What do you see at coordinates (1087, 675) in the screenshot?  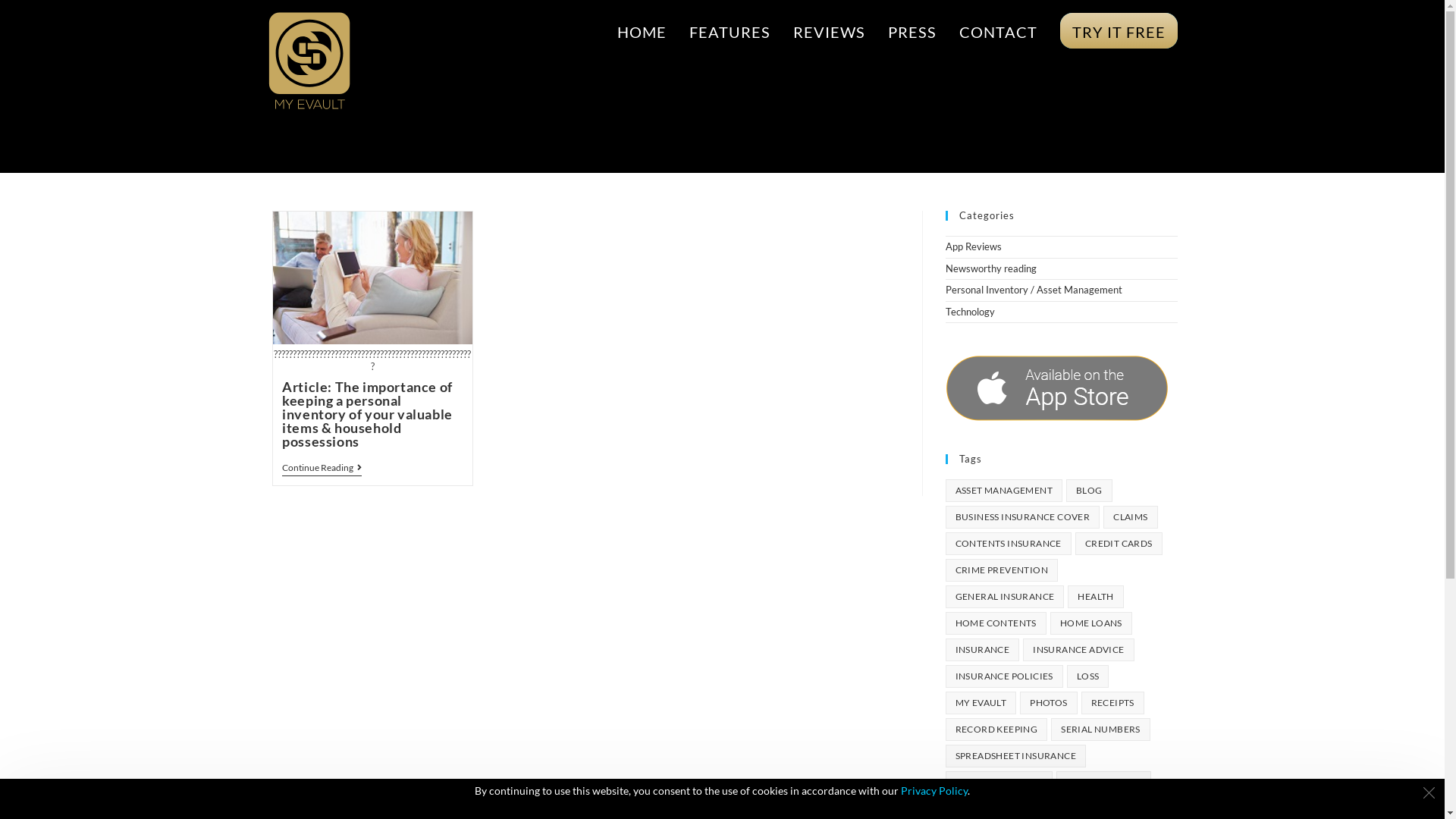 I see `'LOSS'` at bounding box center [1087, 675].